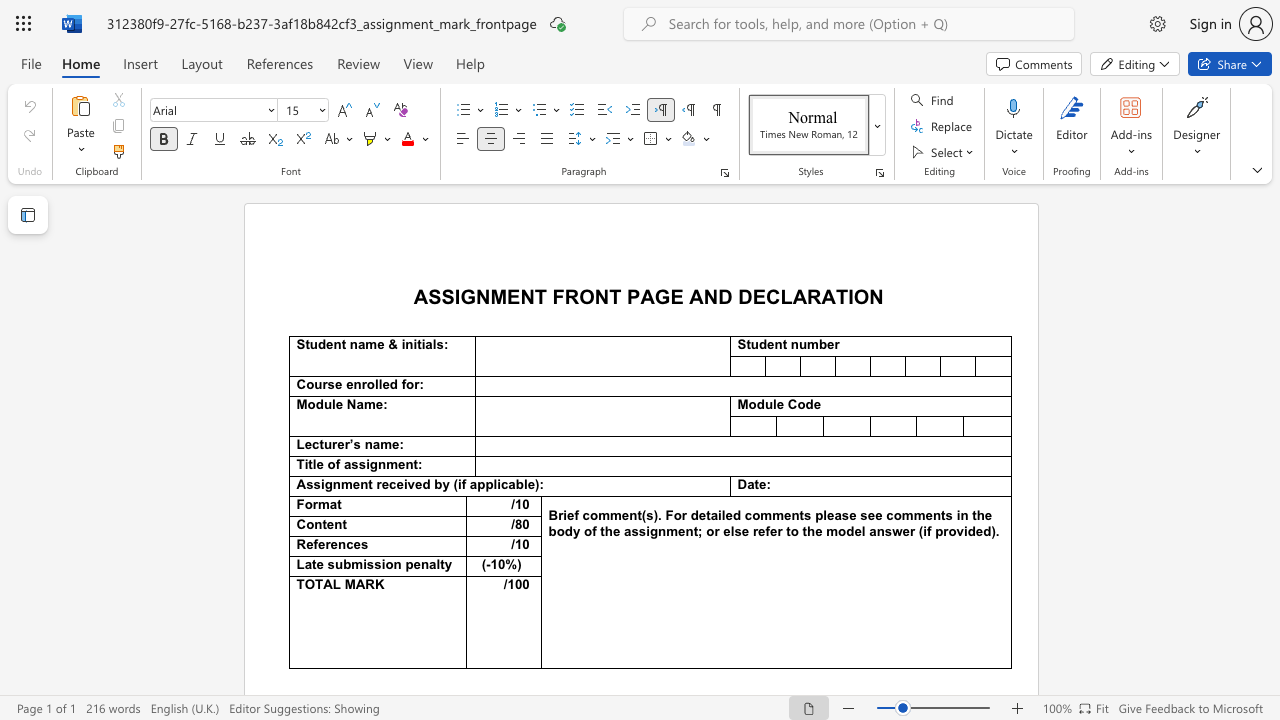 This screenshot has width=1280, height=720. I want to click on the subset text "ion" within the text "Late submission penalty", so click(381, 564).